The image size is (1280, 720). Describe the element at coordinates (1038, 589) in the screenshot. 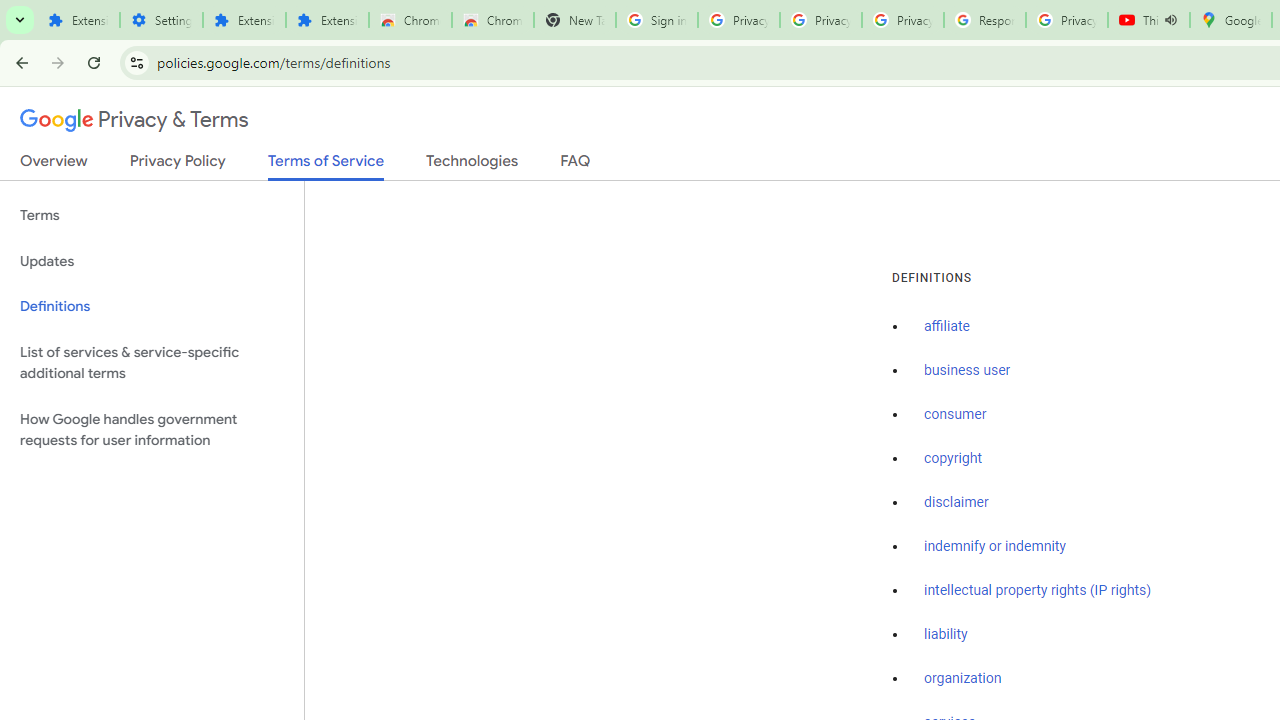

I see `'intellectual property rights (IP rights)'` at that location.